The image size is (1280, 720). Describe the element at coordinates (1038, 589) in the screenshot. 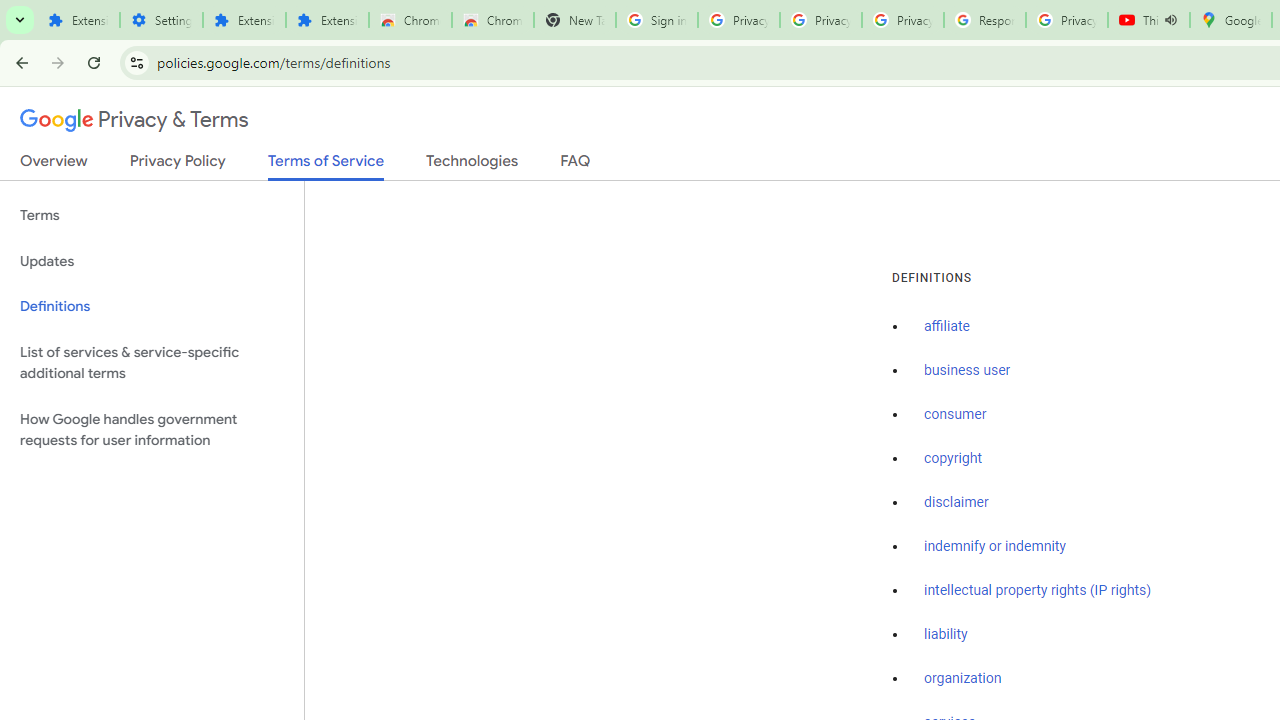

I see `'intellectual property rights (IP rights)'` at that location.